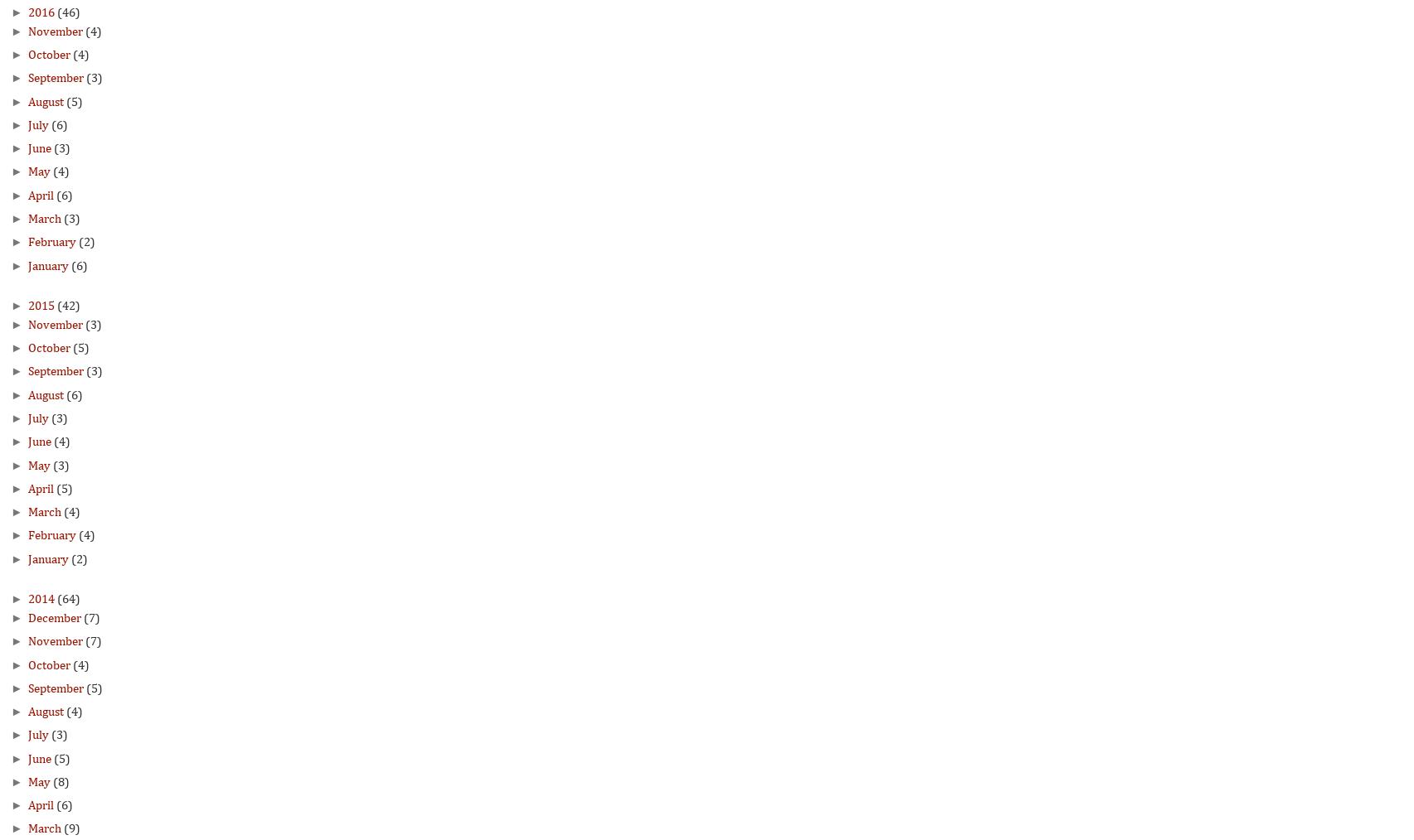 This screenshot has height=840, width=1414. Describe the element at coordinates (27, 616) in the screenshot. I see `'December'` at that location.